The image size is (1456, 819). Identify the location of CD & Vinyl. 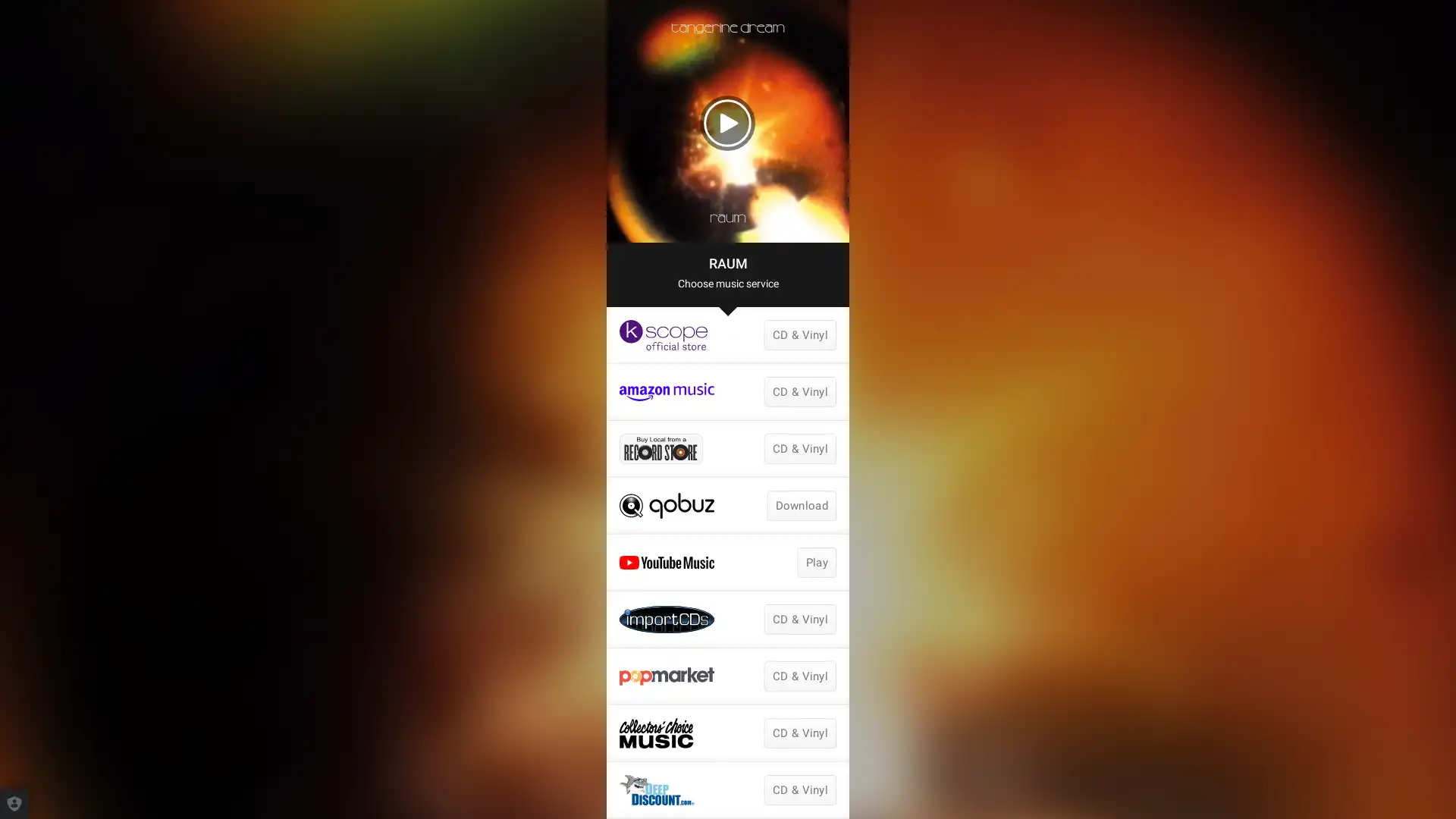
(799, 334).